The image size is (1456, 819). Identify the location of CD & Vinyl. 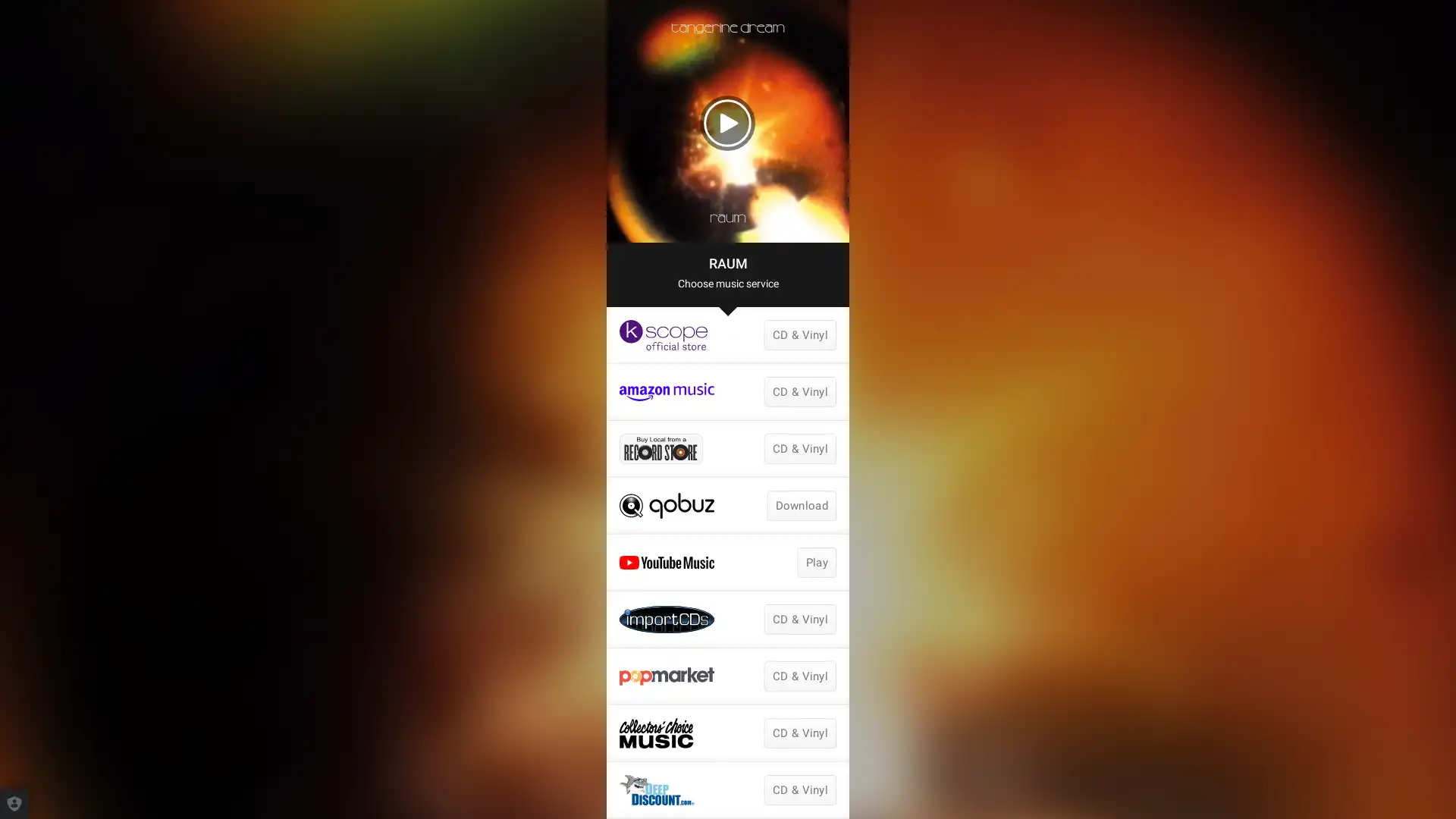
(799, 334).